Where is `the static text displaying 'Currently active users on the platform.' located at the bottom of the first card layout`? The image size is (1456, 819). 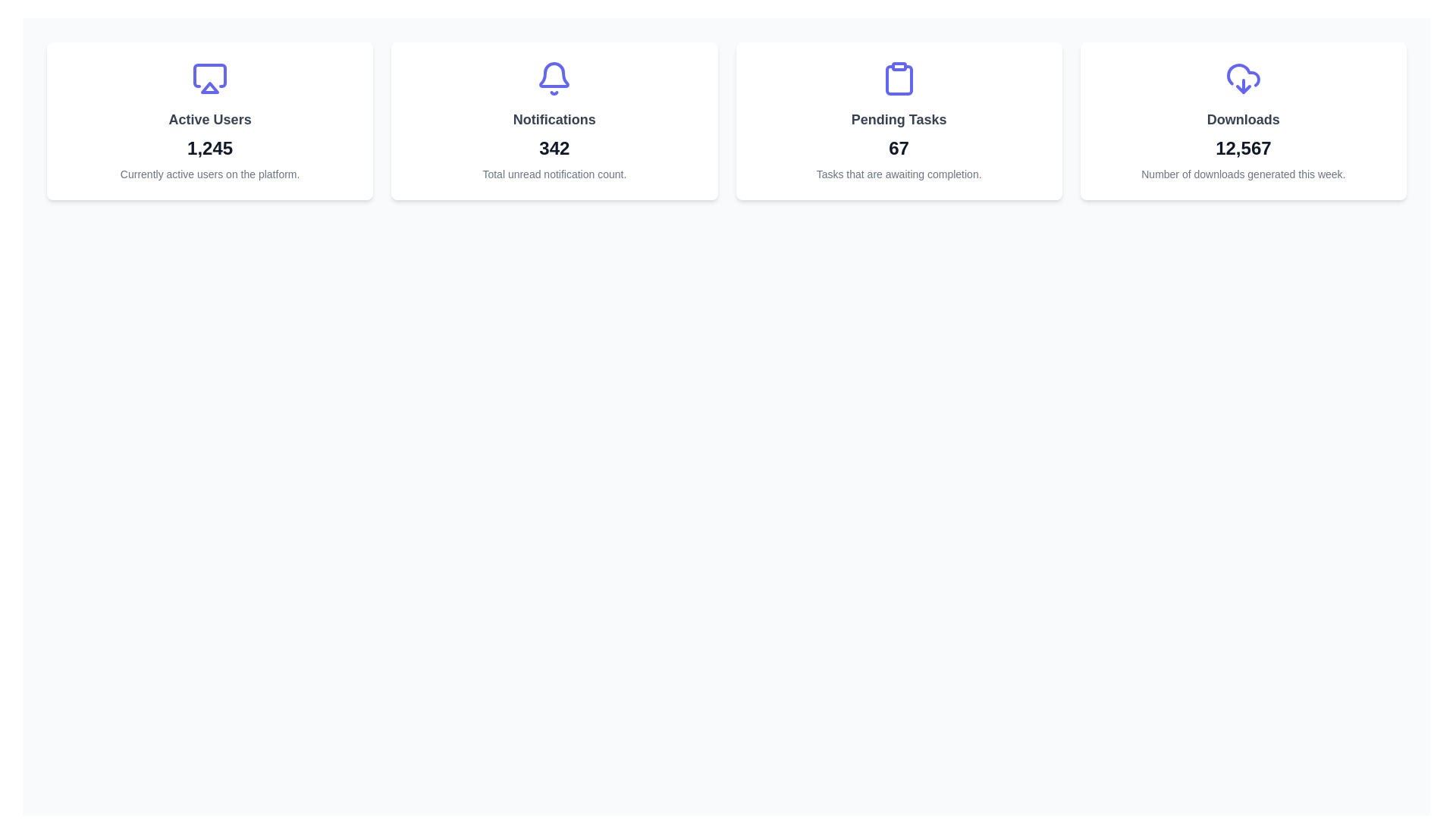
the static text displaying 'Currently active users on the platform.' located at the bottom of the first card layout is located at coordinates (209, 174).